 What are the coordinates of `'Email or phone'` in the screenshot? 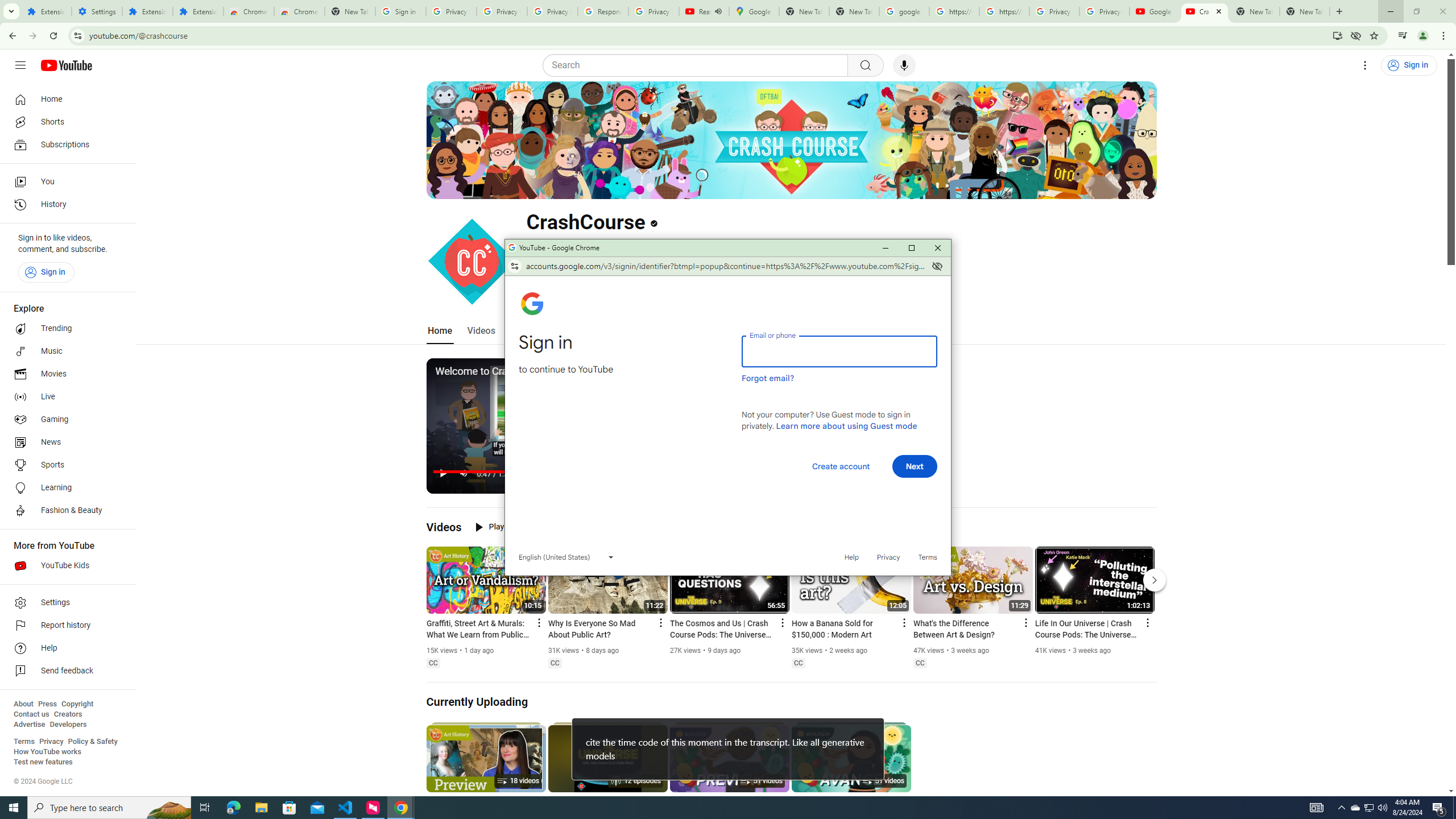 It's located at (839, 350).